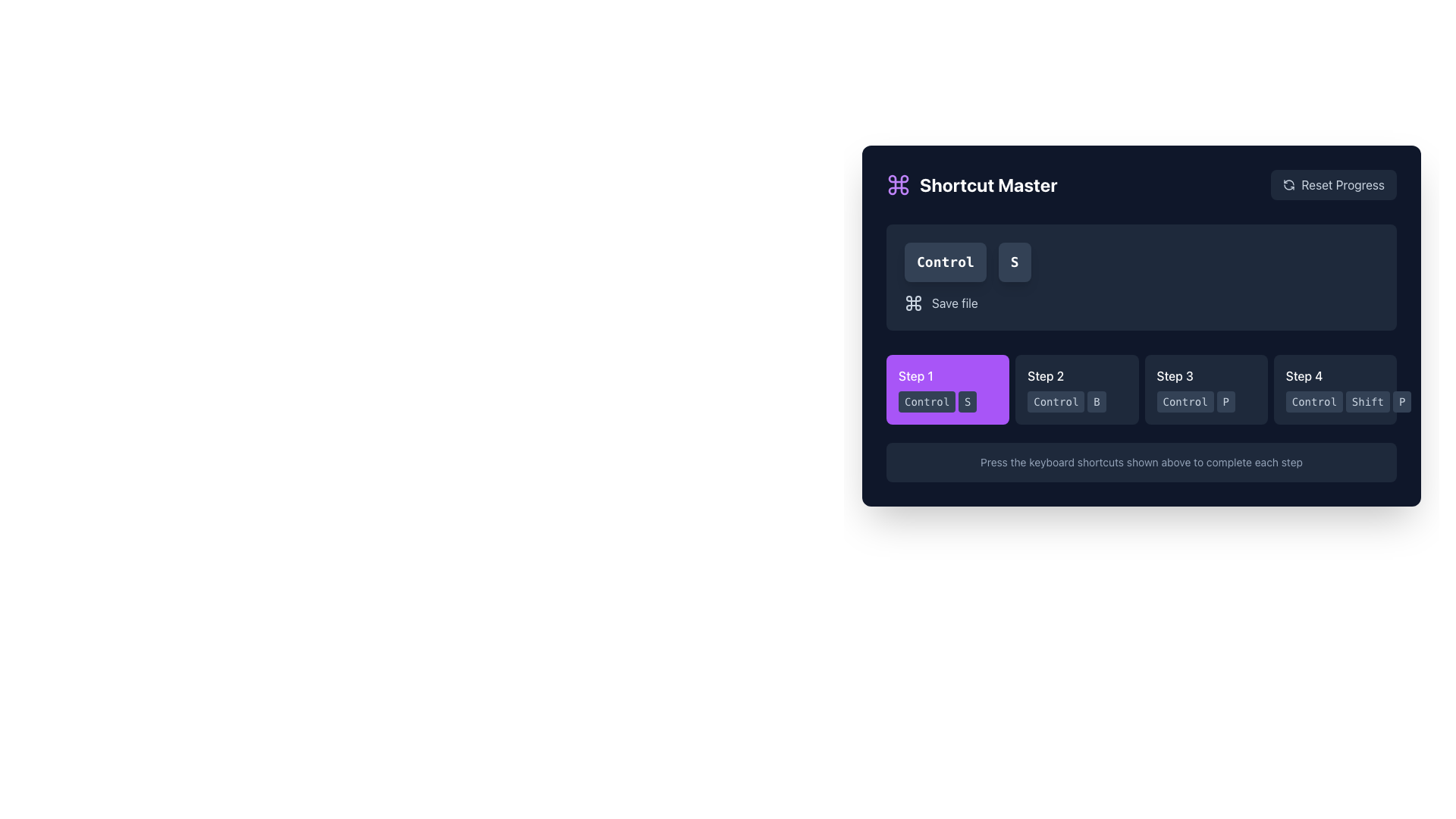  What do you see at coordinates (1343, 184) in the screenshot?
I see `the 'Reset Progress' text label located in the top-right corner of the interface` at bounding box center [1343, 184].